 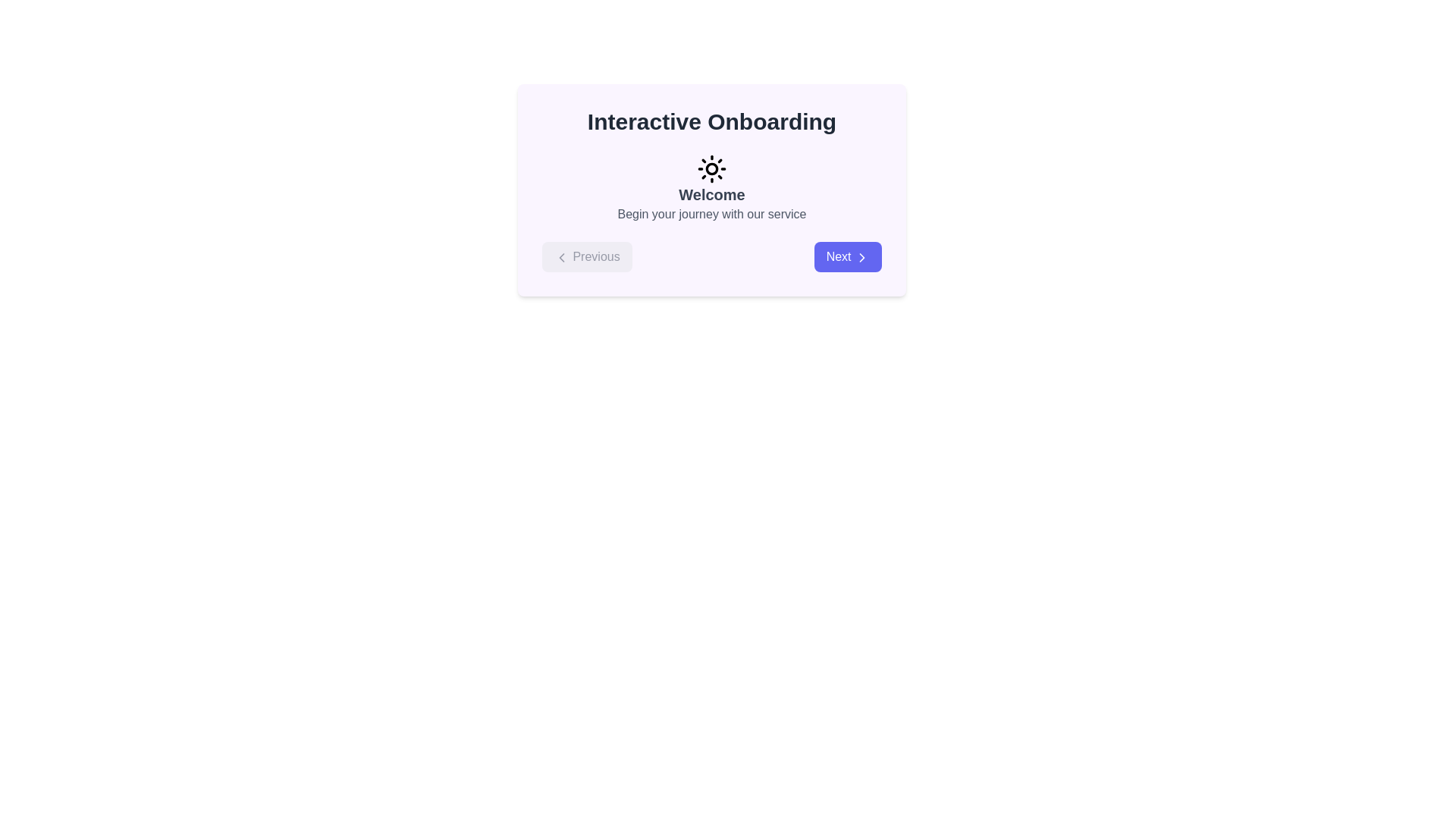 I want to click on the 'Next' button located at the bottom-right corner of the onboarding panel, so click(x=847, y=256).